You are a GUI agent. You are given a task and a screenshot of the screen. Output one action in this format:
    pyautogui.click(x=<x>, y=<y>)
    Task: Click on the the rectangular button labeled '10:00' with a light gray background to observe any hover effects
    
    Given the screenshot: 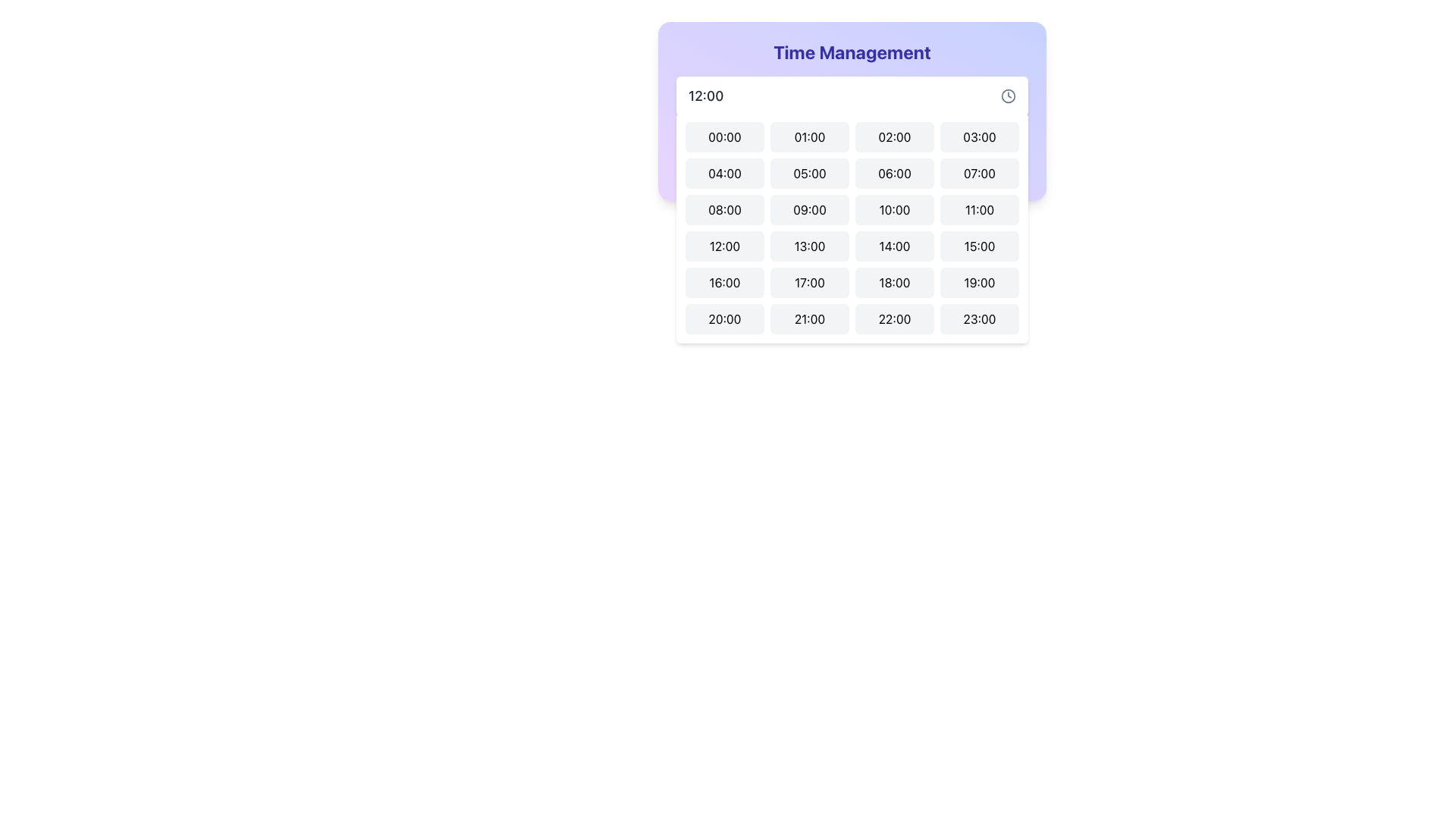 What is the action you would take?
    pyautogui.click(x=895, y=210)
    